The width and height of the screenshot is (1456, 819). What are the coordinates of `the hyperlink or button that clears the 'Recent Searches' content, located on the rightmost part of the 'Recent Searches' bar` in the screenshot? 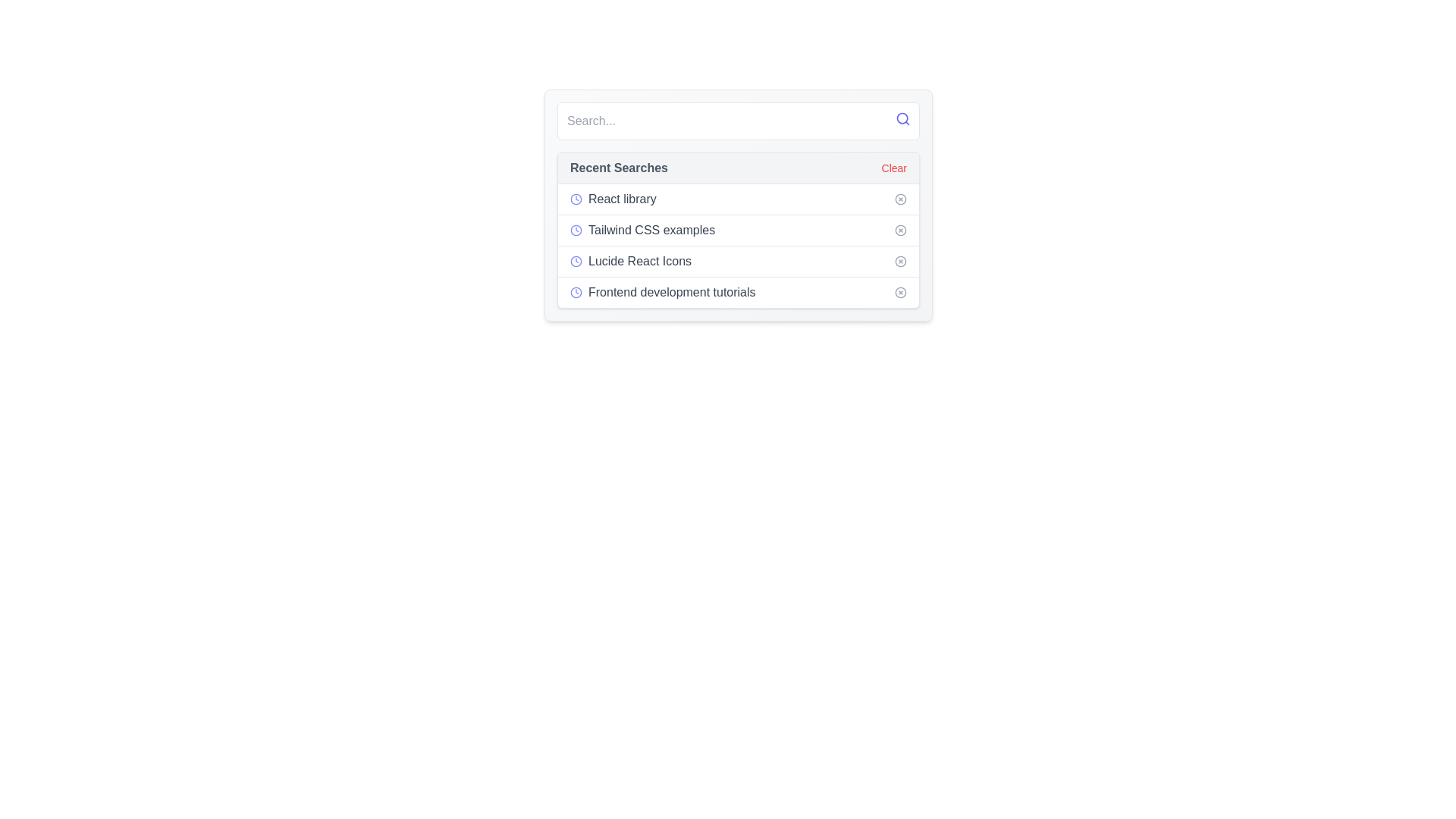 It's located at (894, 168).